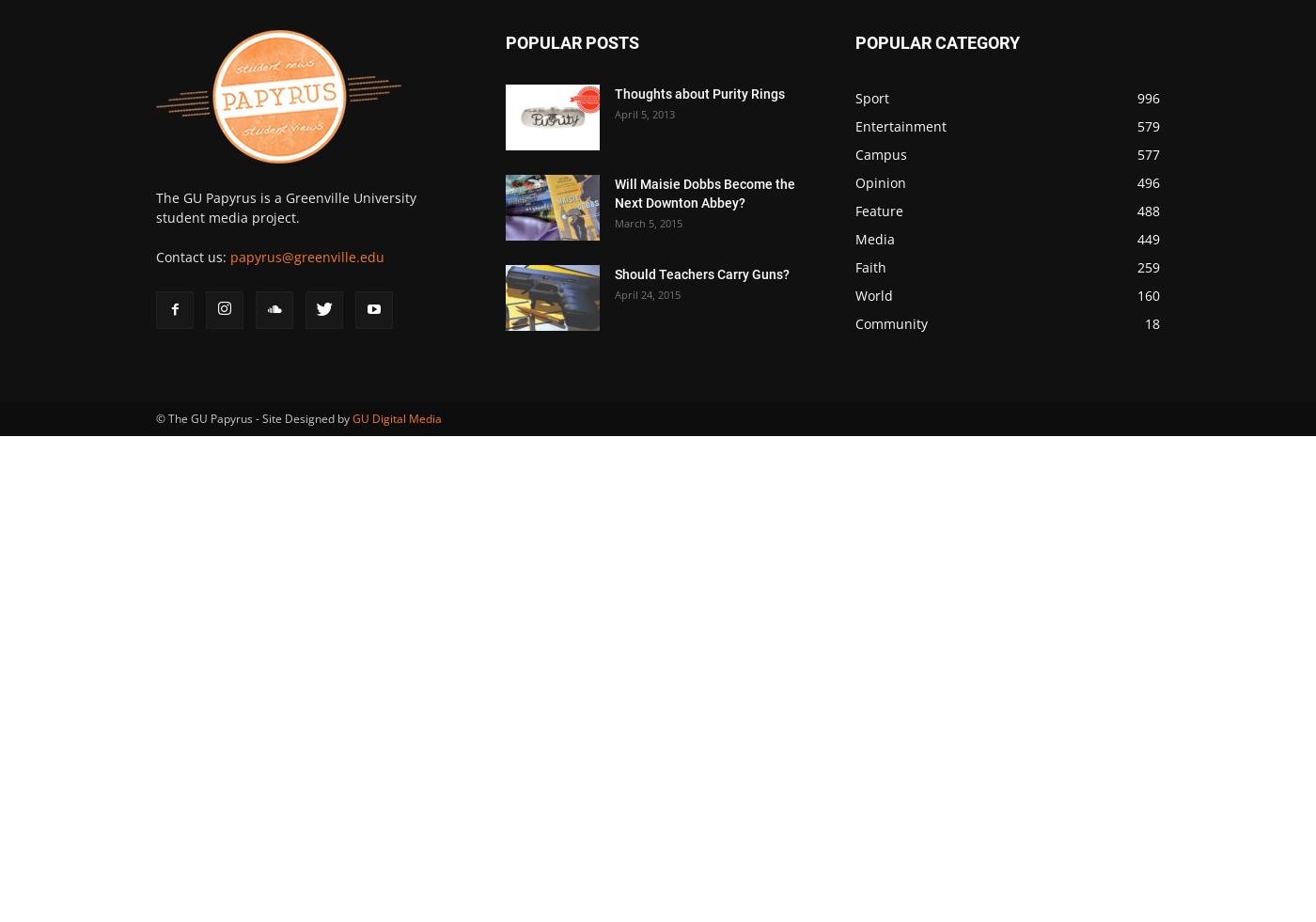  I want to click on '488', so click(1149, 210).